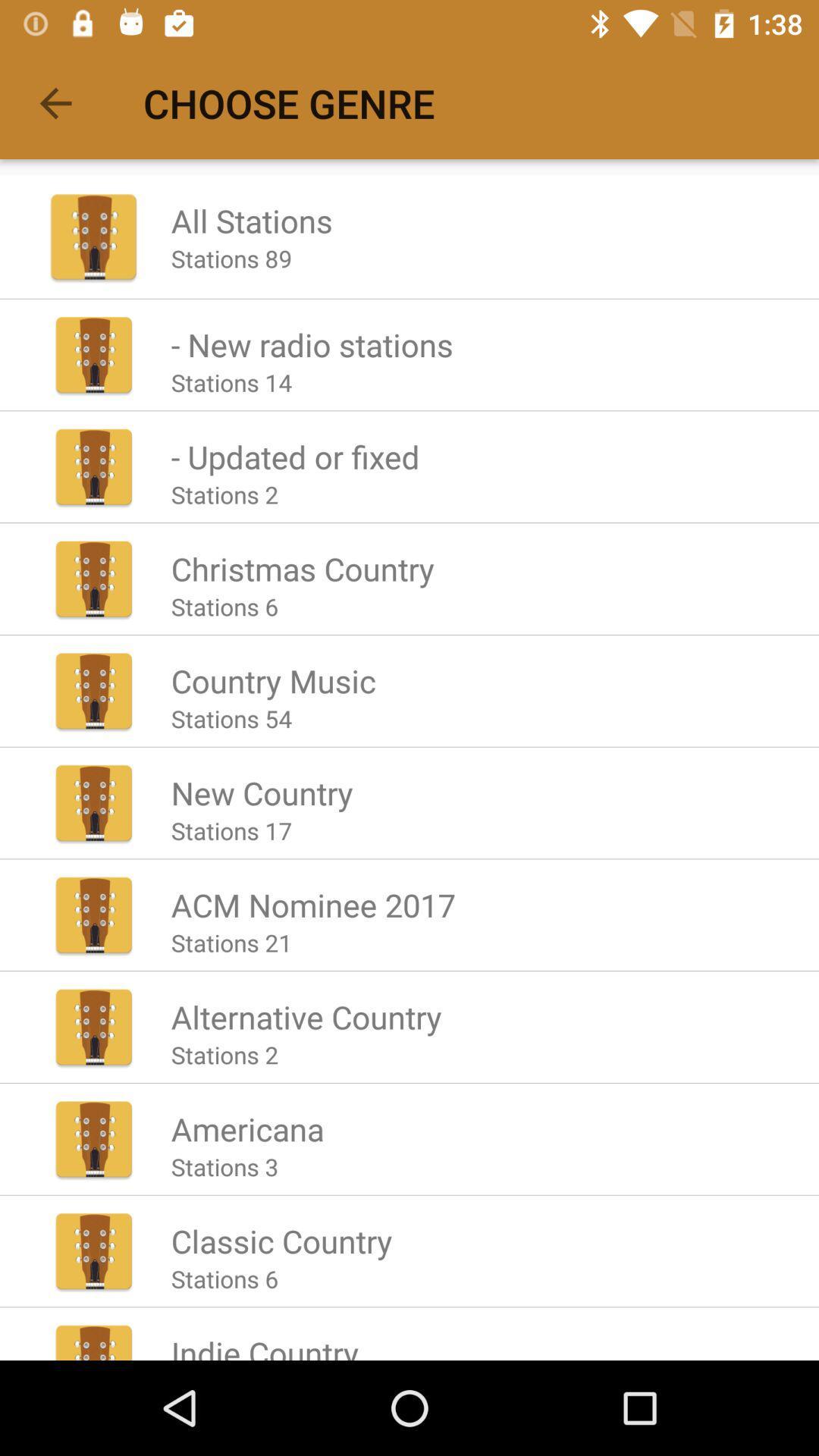 The width and height of the screenshot is (819, 1456). What do you see at coordinates (261, 792) in the screenshot?
I see `new country app` at bounding box center [261, 792].